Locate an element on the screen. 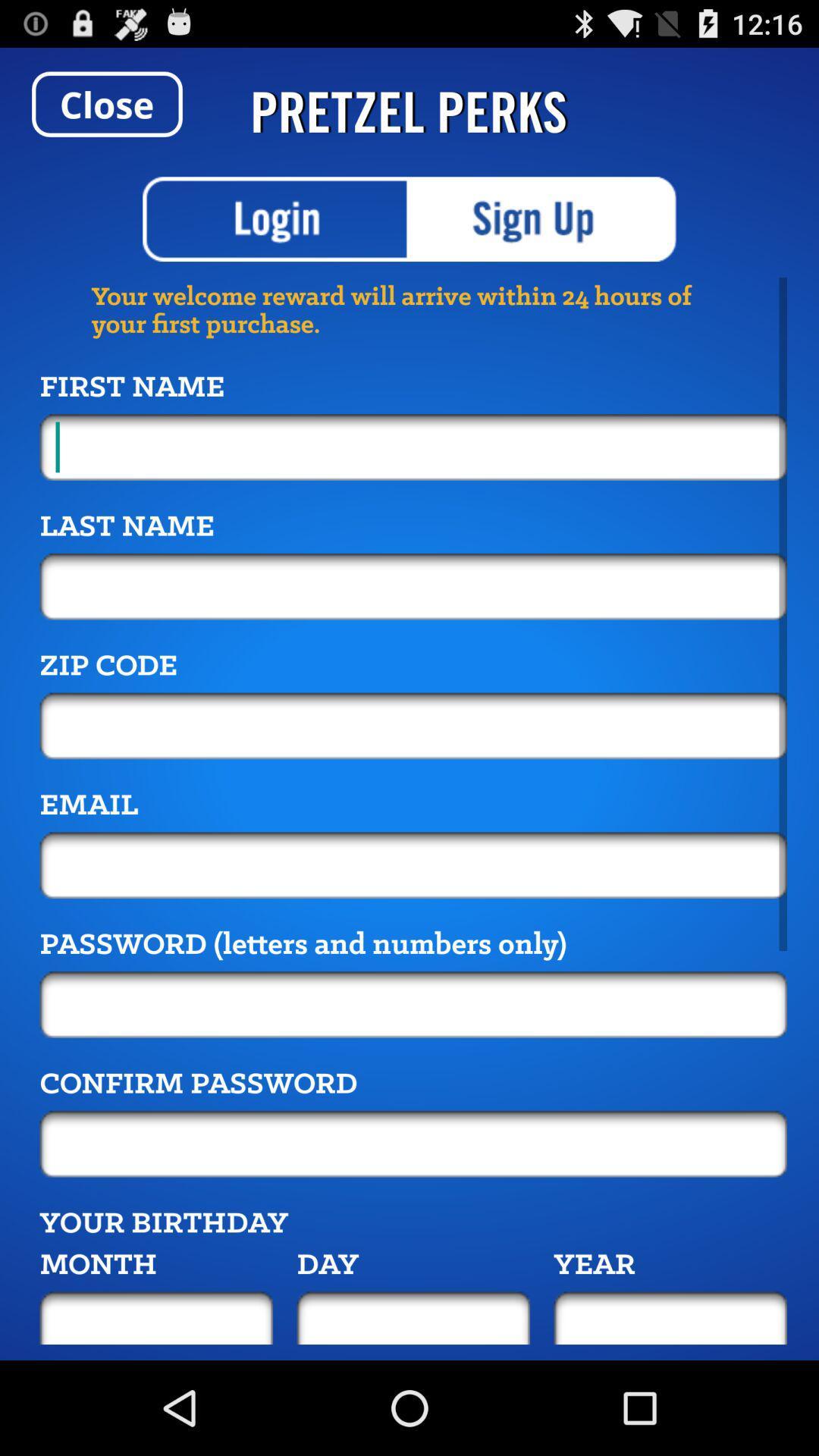  birth year is located at coordinates (670, 1317).